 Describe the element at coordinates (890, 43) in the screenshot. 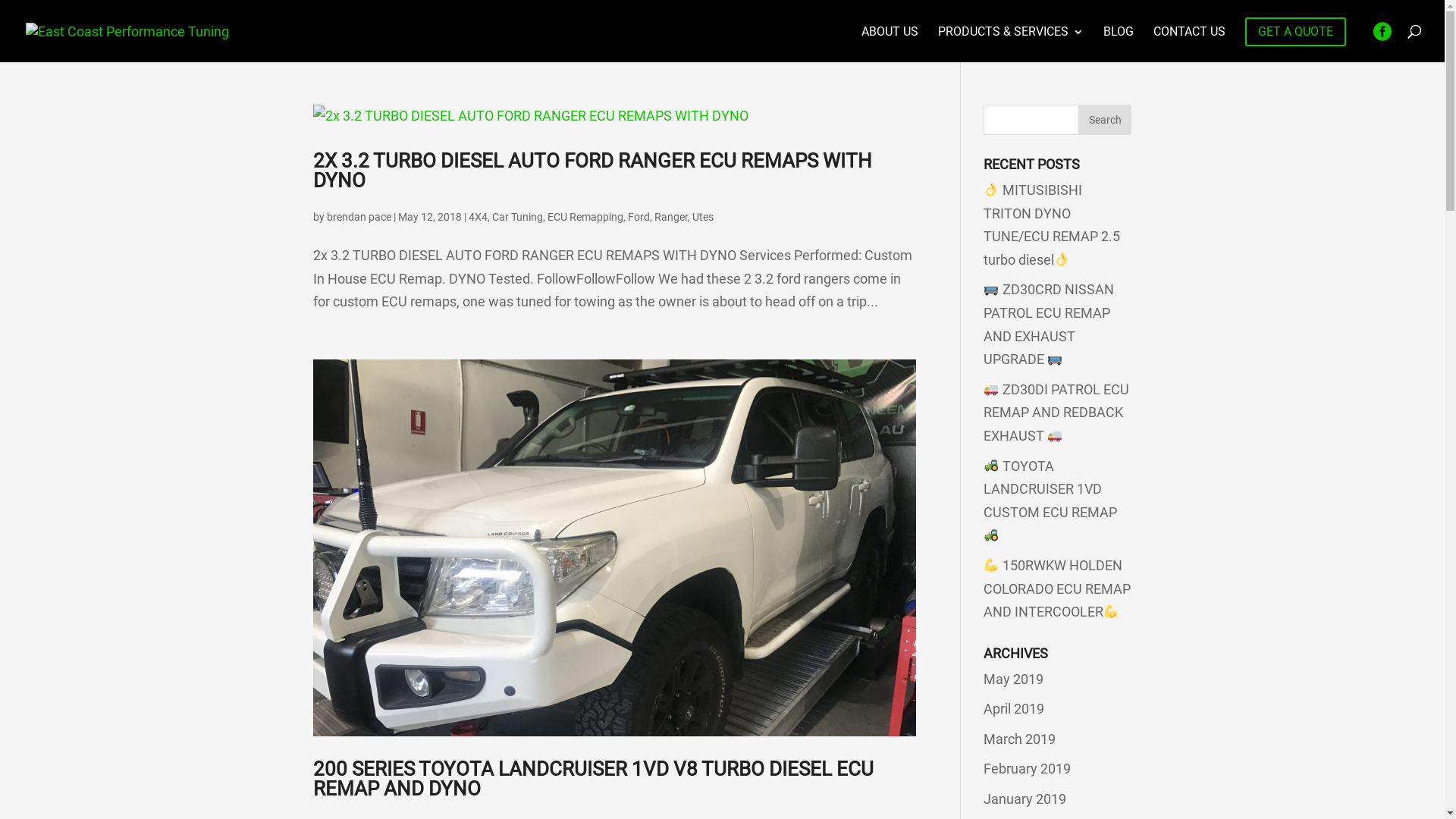

I see `'ABOUT US'` at that location.